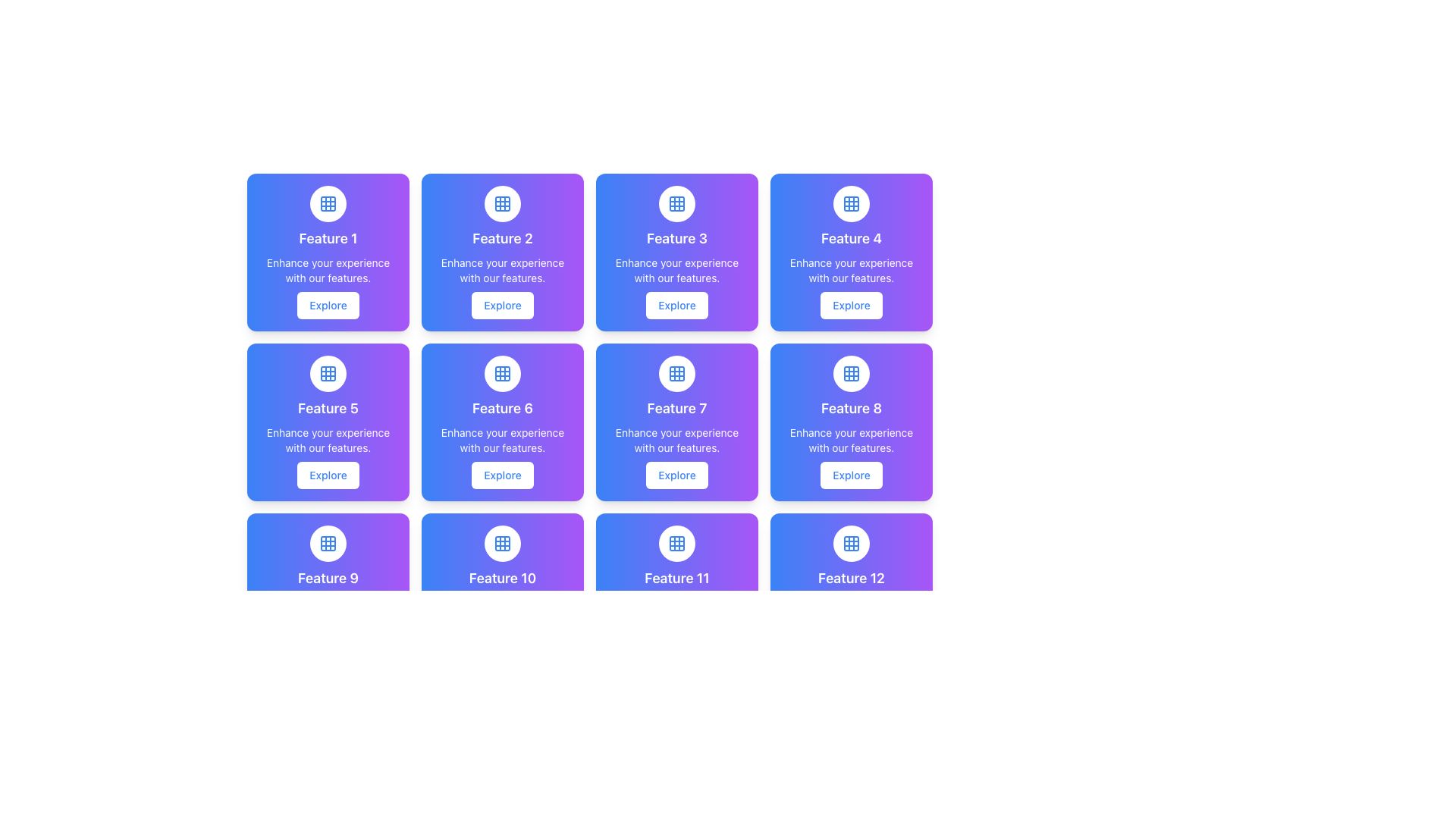 This screenshot has height=819, width=1456. Describe the element at coordinates (502, 203) in the screenshot. I see `the Decorative icon, a small square grid icon with a blue filled outer rectangle and internal grid lines, located in the header section of the Feature 2 card` at that location.